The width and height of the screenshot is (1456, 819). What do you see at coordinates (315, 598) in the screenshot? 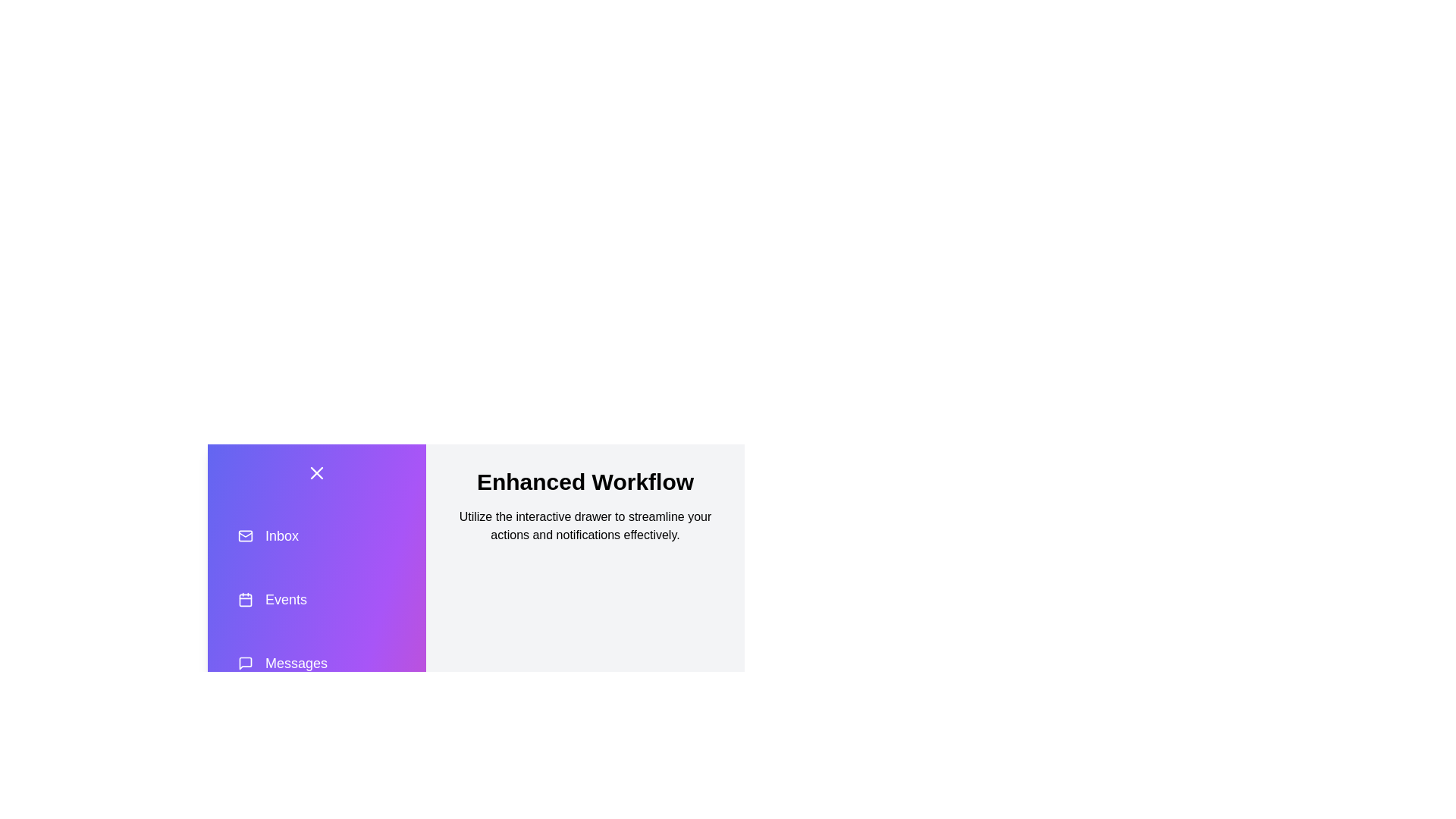
I see `the action item Events in the drawer` at bounding box center [315, 598].